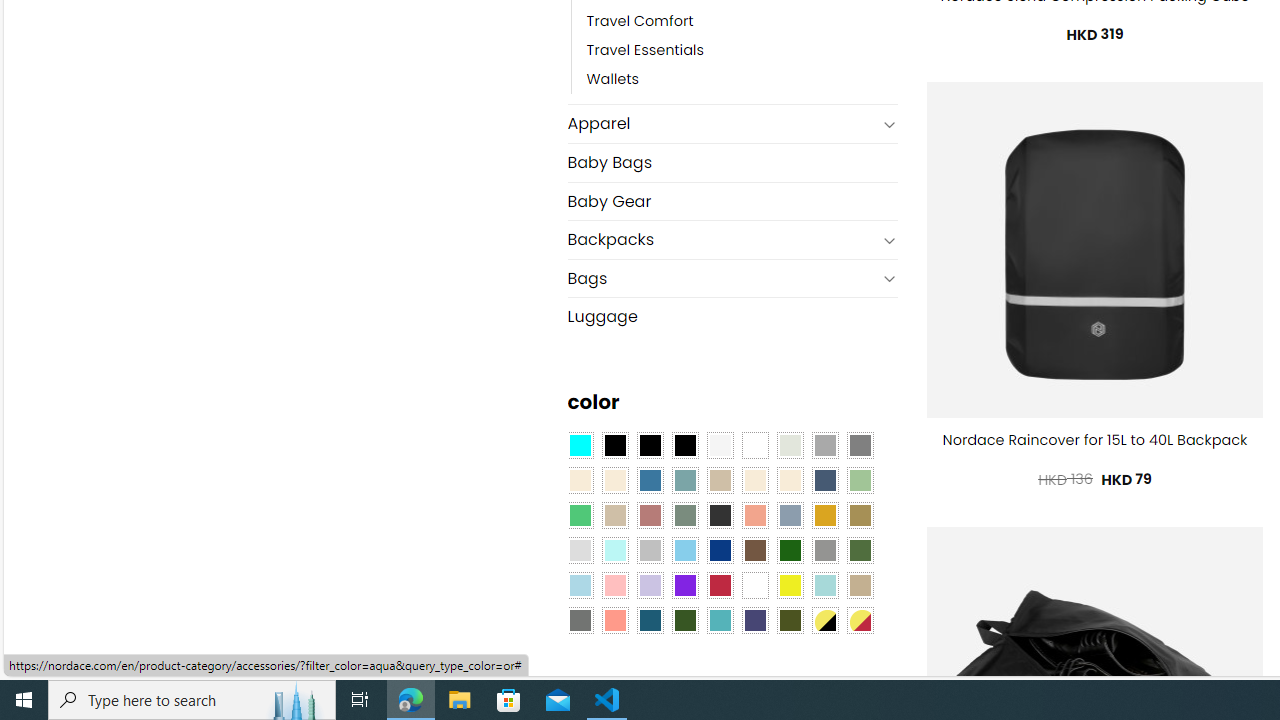 The height and width of the screenshot is (720, 1280). I want to click on 'Purple', so click(684, 585).